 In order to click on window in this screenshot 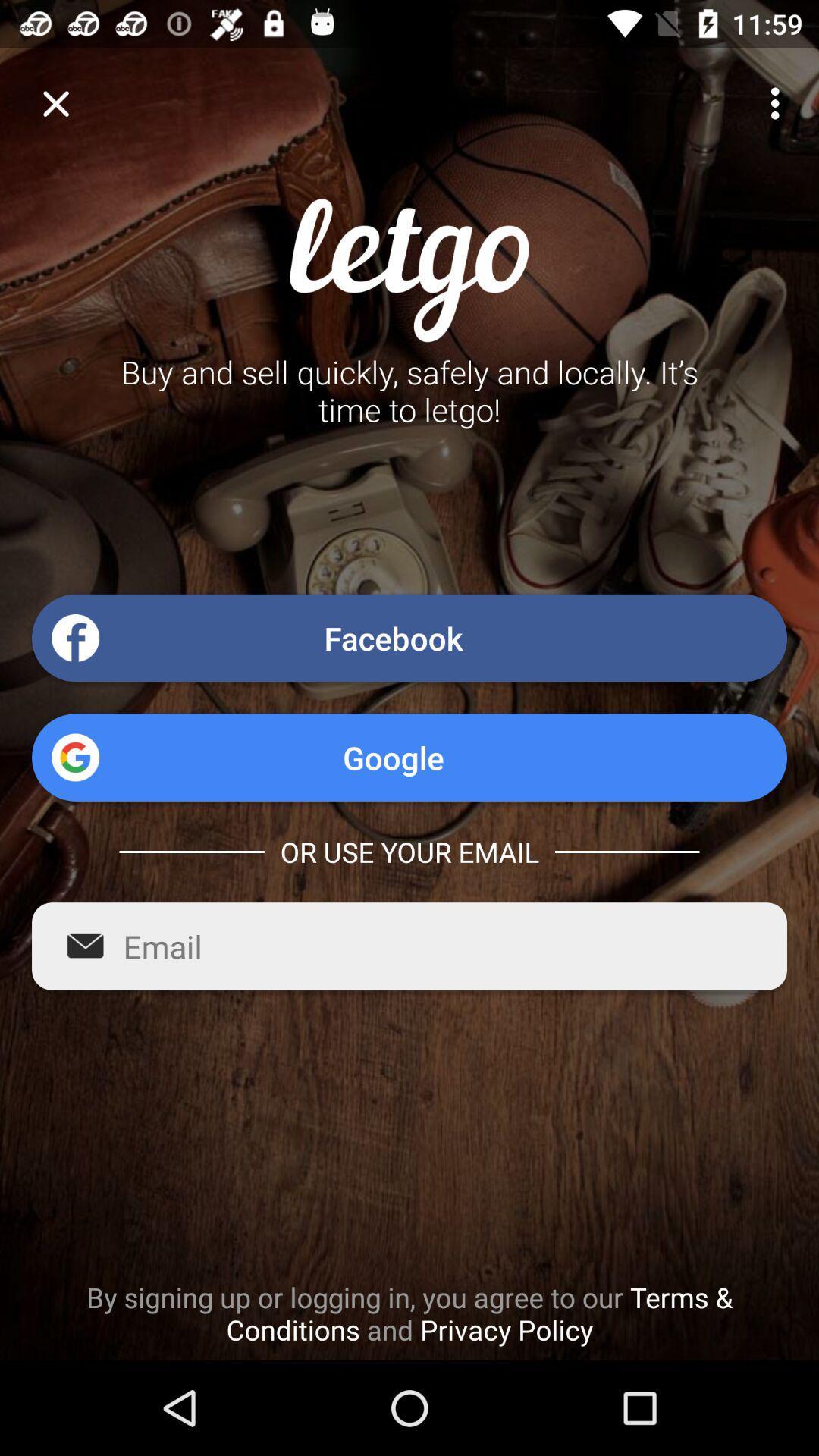, I will do `click(55, 102)`.